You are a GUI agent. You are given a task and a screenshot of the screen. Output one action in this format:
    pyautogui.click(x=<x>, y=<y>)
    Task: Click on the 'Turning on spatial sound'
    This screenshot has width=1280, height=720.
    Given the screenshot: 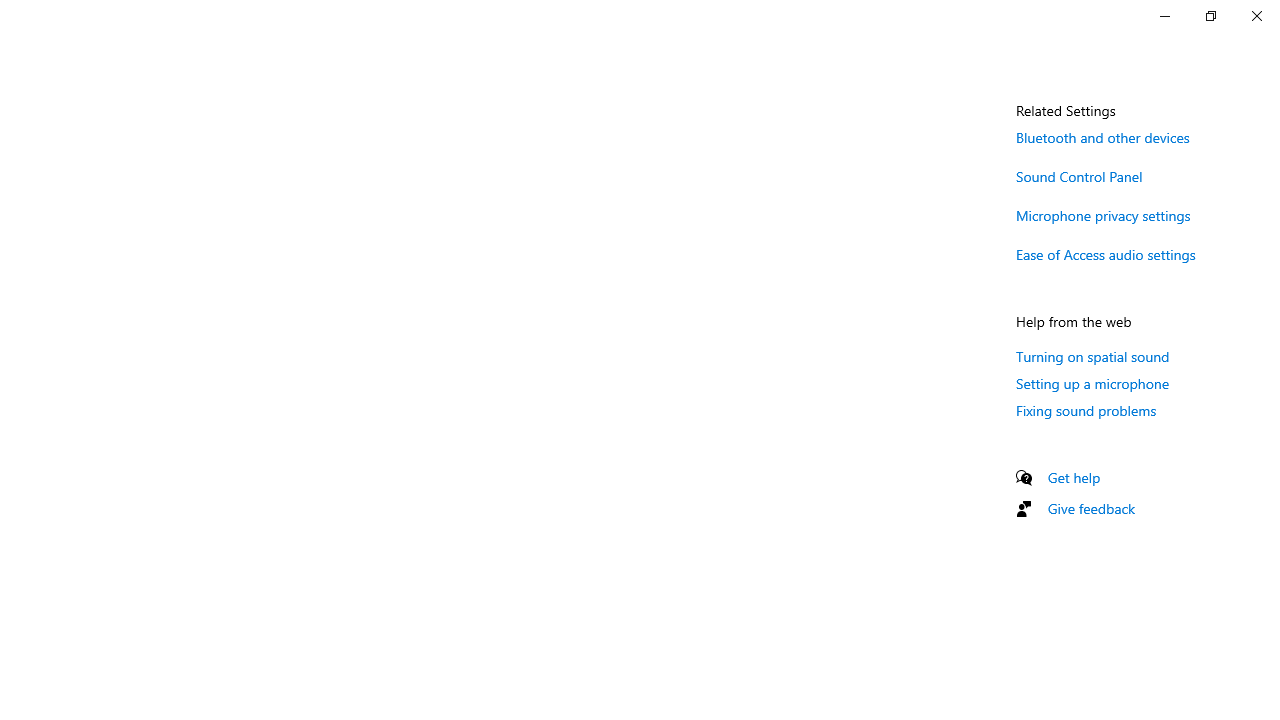 What is the action you would take?
    pyautogui.click(x=1092, y=355)
    